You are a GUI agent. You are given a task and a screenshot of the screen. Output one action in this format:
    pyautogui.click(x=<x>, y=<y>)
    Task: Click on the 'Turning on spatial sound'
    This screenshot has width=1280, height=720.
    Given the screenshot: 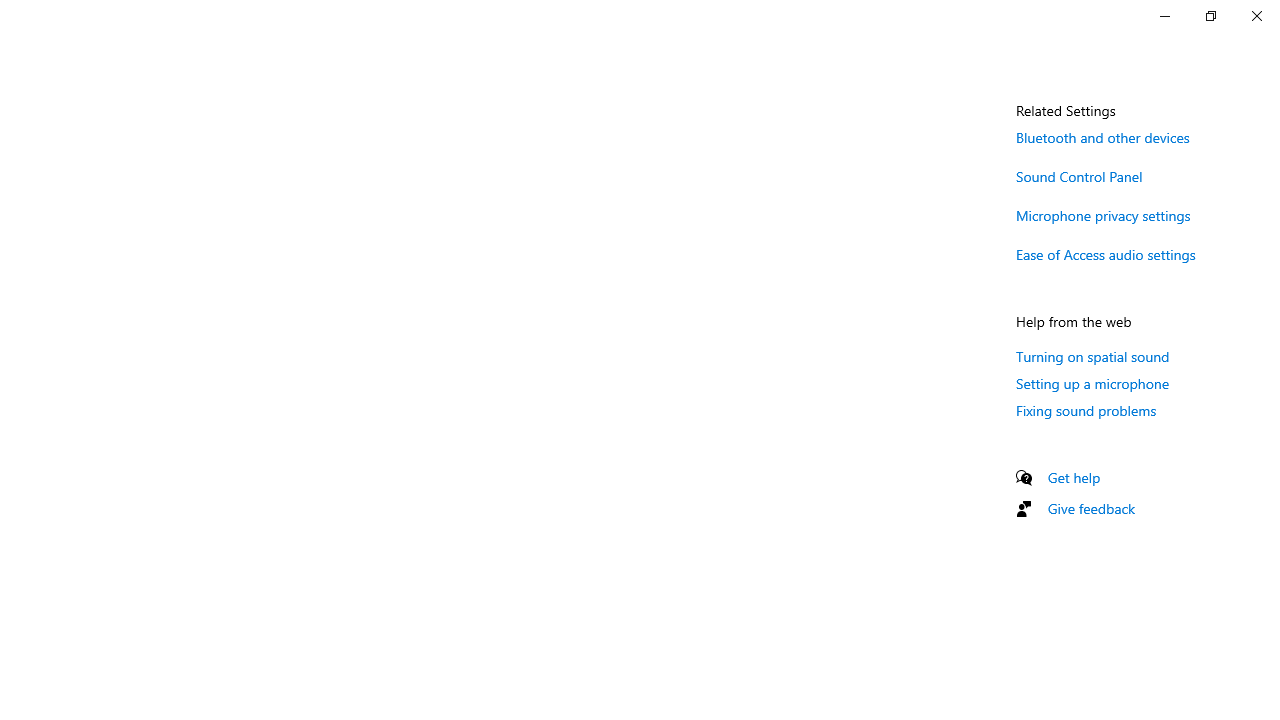 What is the action you would take?
    pyautogui.click(x=1092, y=355)
    